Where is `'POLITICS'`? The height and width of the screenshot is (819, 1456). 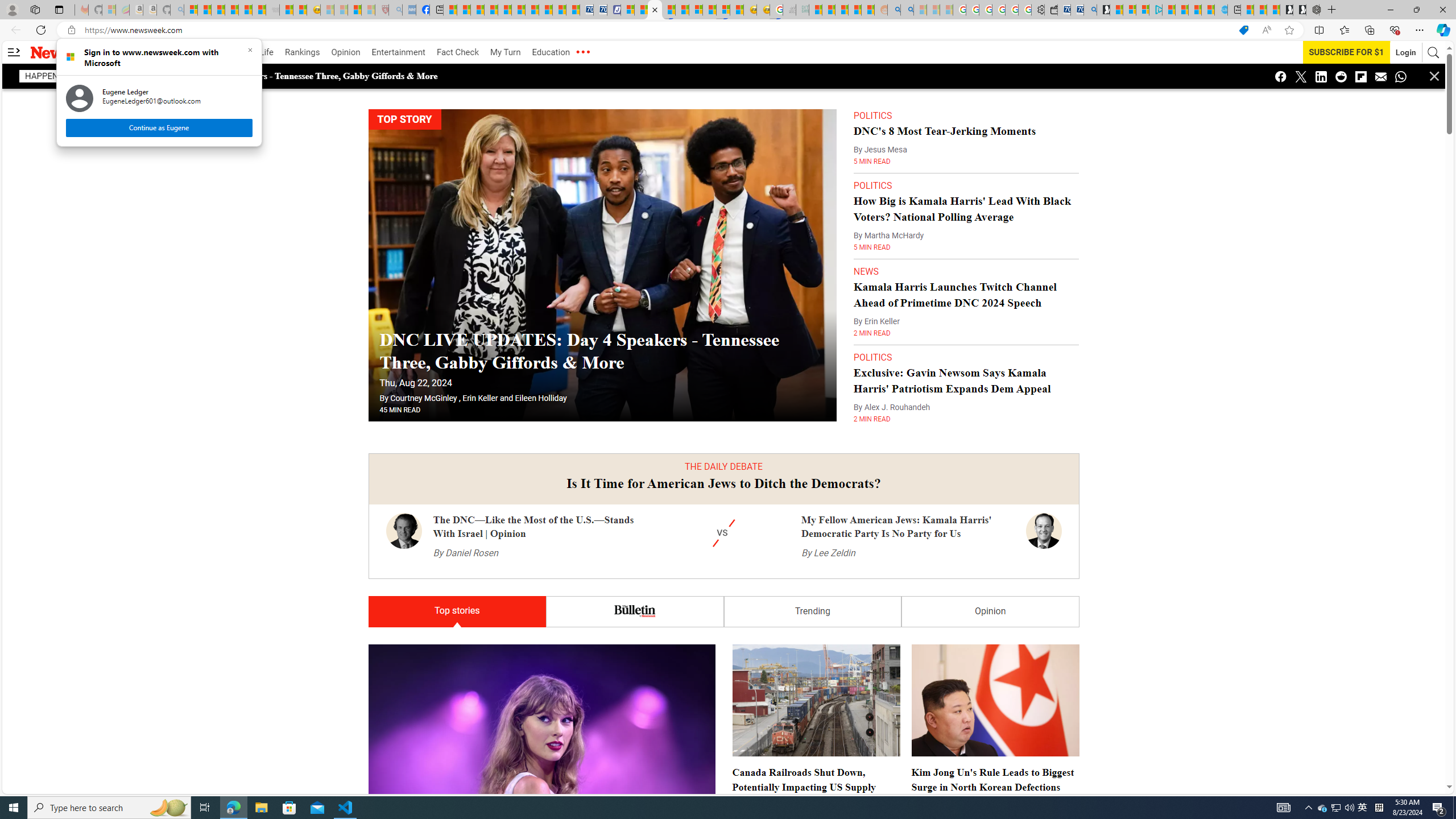
'POLITICS' is located at coordinates (872, 357).